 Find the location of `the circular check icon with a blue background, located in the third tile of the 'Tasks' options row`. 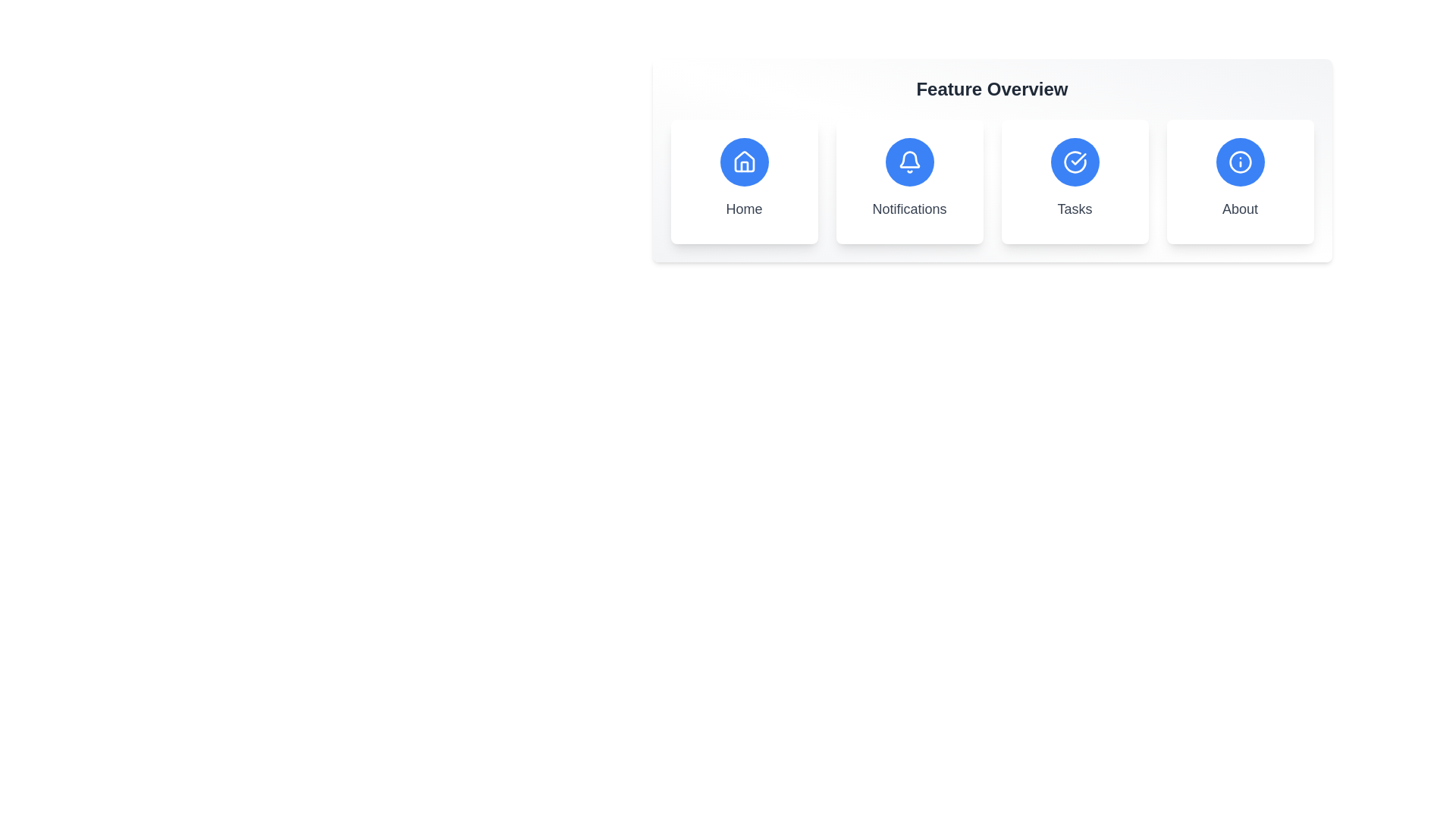

the circular check icon with a blue background, located in the third tile of the 'Tasks' options row is located at coordinates (1074, 162).